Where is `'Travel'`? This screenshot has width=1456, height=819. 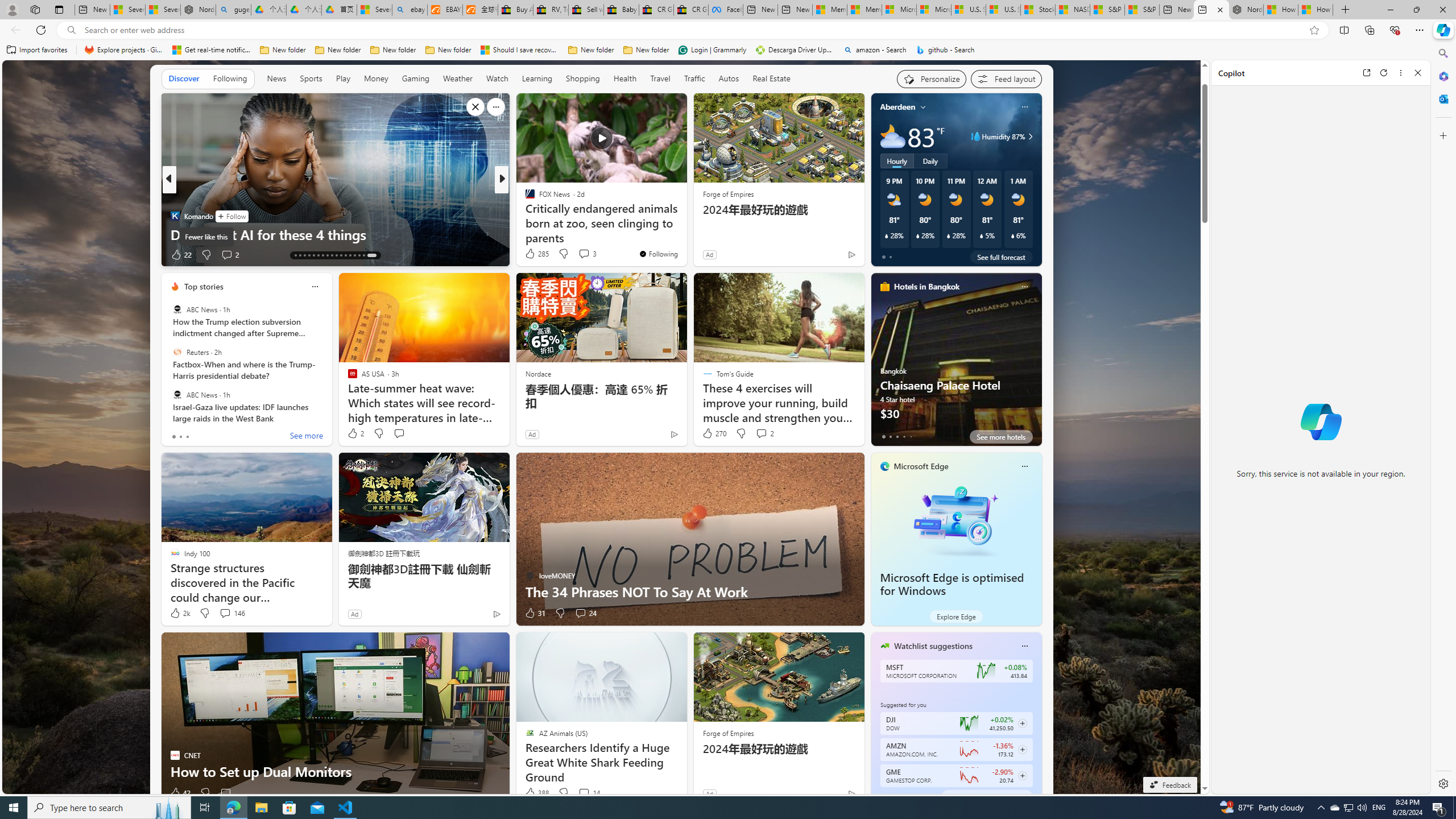
'Travel' is located at coordinates (659, 78).